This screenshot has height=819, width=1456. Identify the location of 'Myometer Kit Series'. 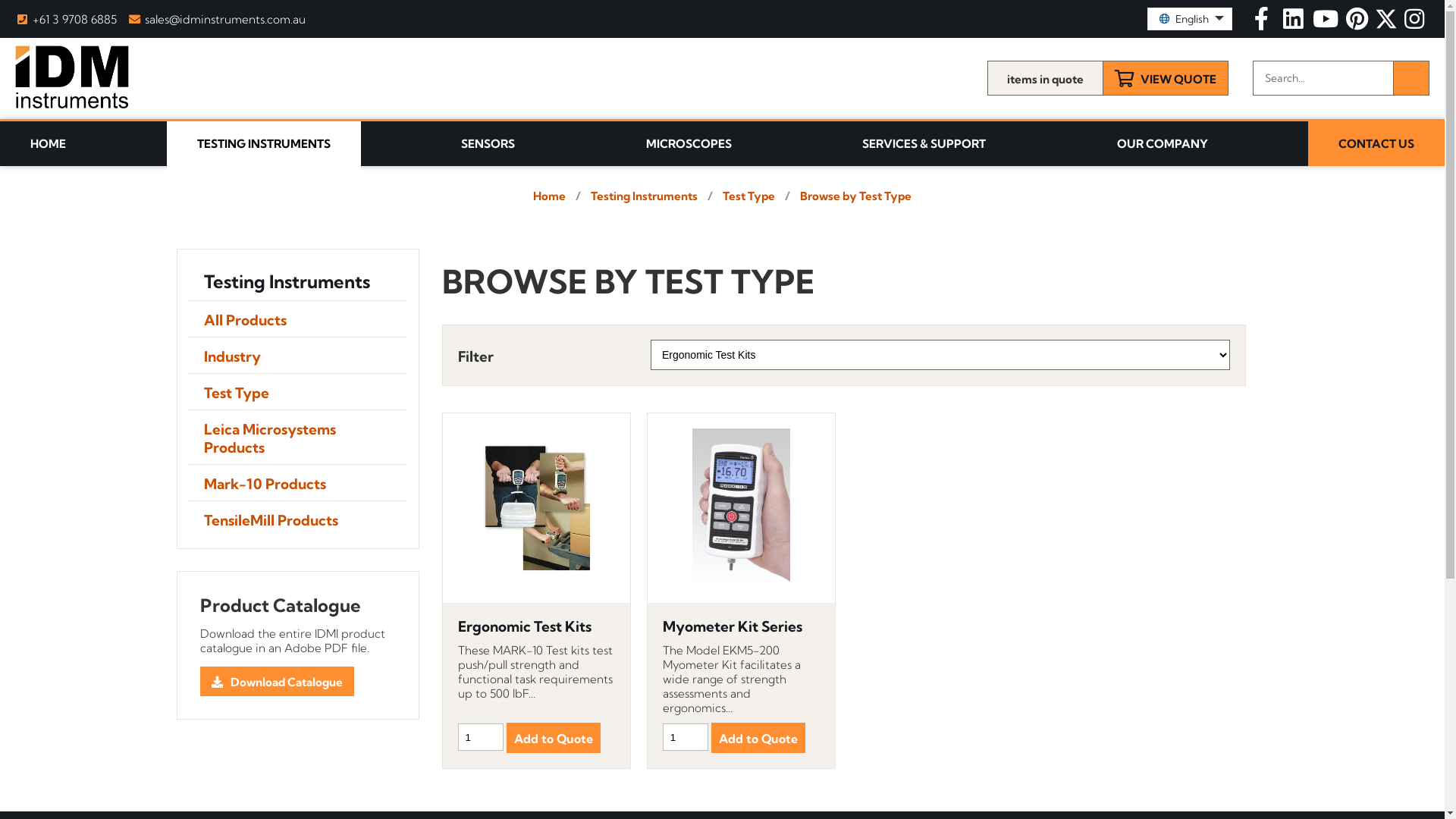
(741, 626).